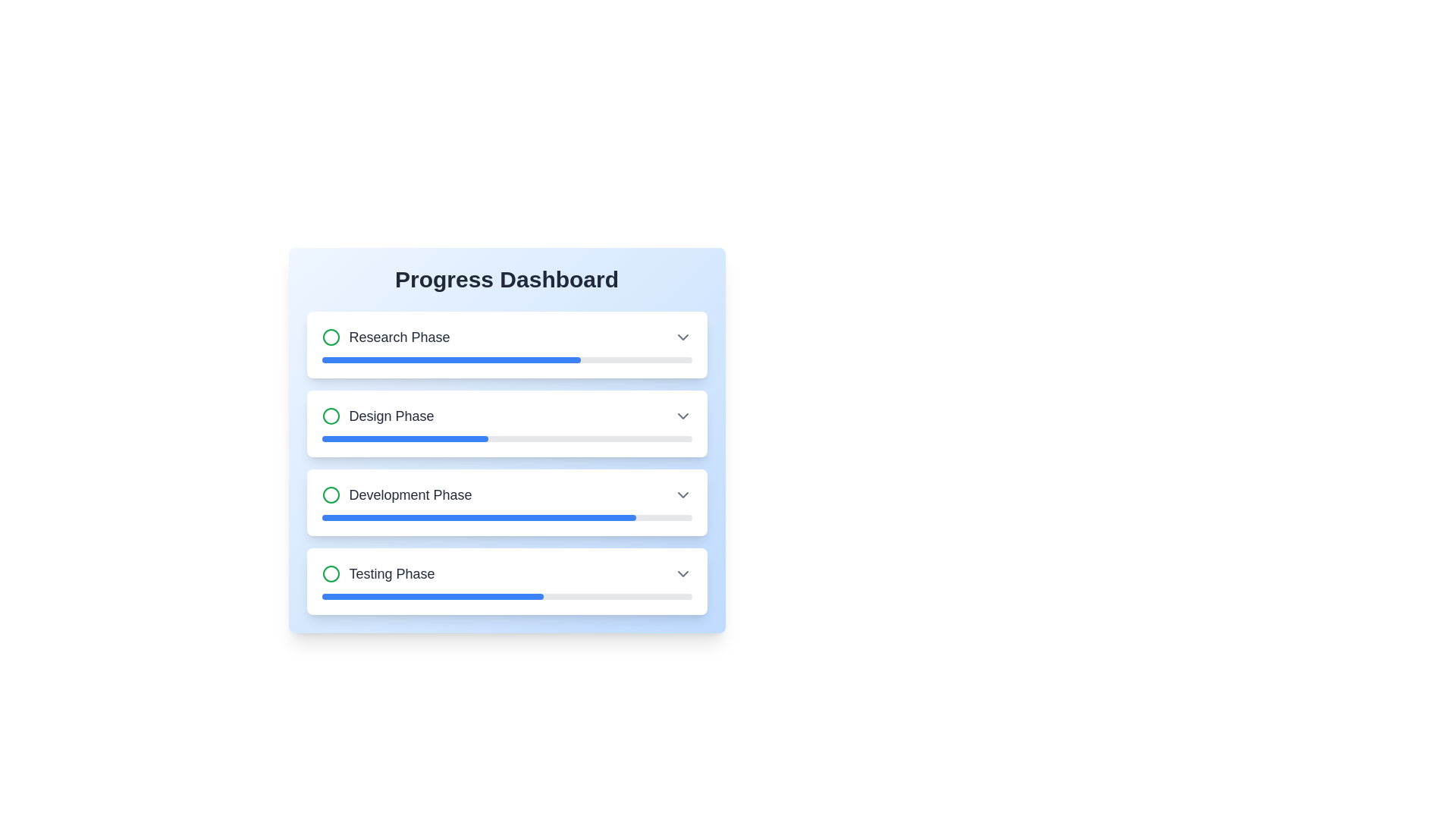 The height and width of the screenshot is (819, 1456). Describe the element at coordinates (330, 416) in the screenshot. I see `circular status marker indicating the 'Design Phase' in the Progress Dashboard for its properties` at that location.